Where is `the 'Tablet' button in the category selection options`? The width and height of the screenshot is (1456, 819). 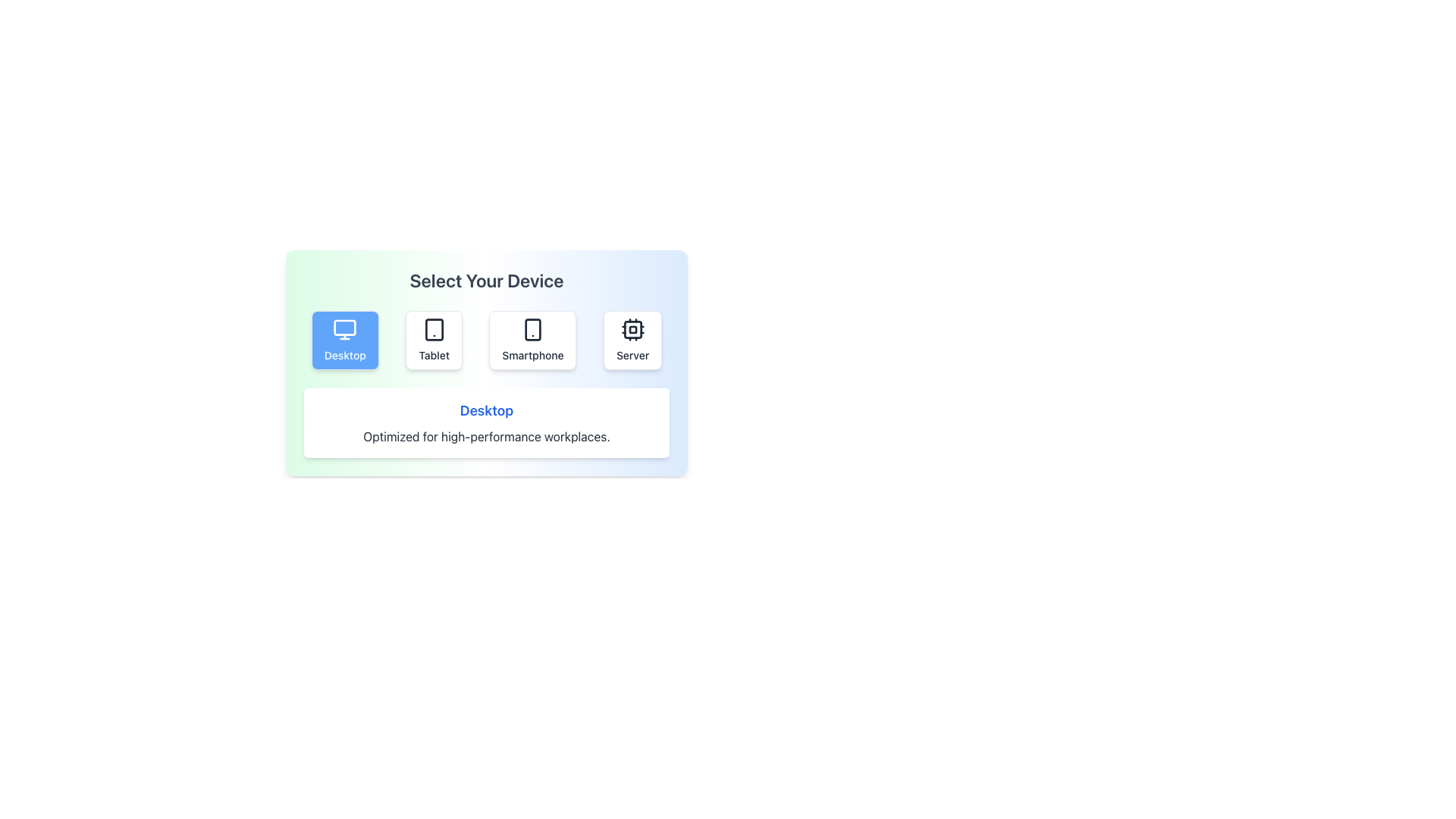
the 'Tablet' button in the category selection options is located at coordinates (433, 339).